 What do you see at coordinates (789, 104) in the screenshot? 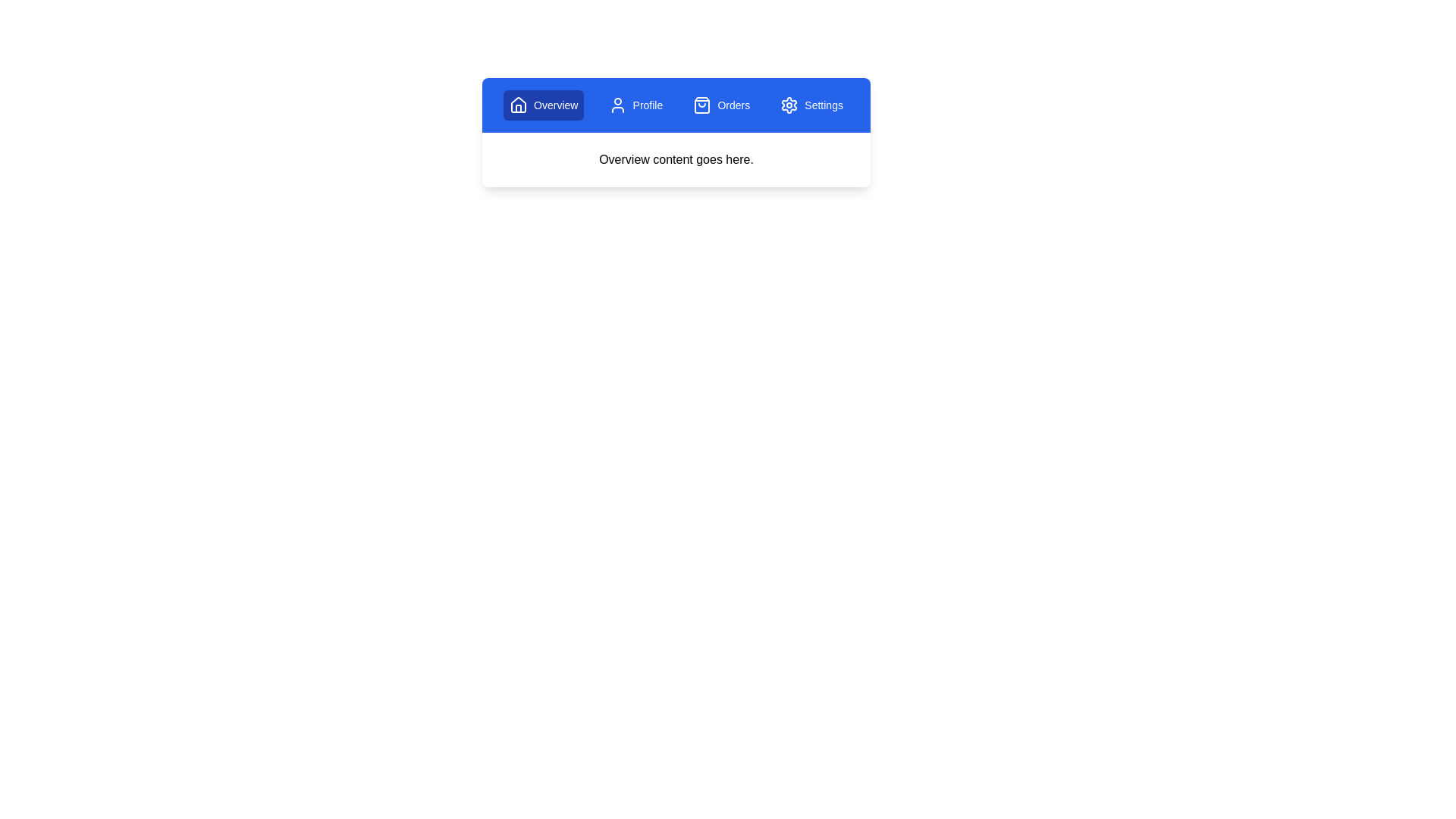
I see `the cogwheel icon located in the top navigation bar` at bounding box center [789, 104].